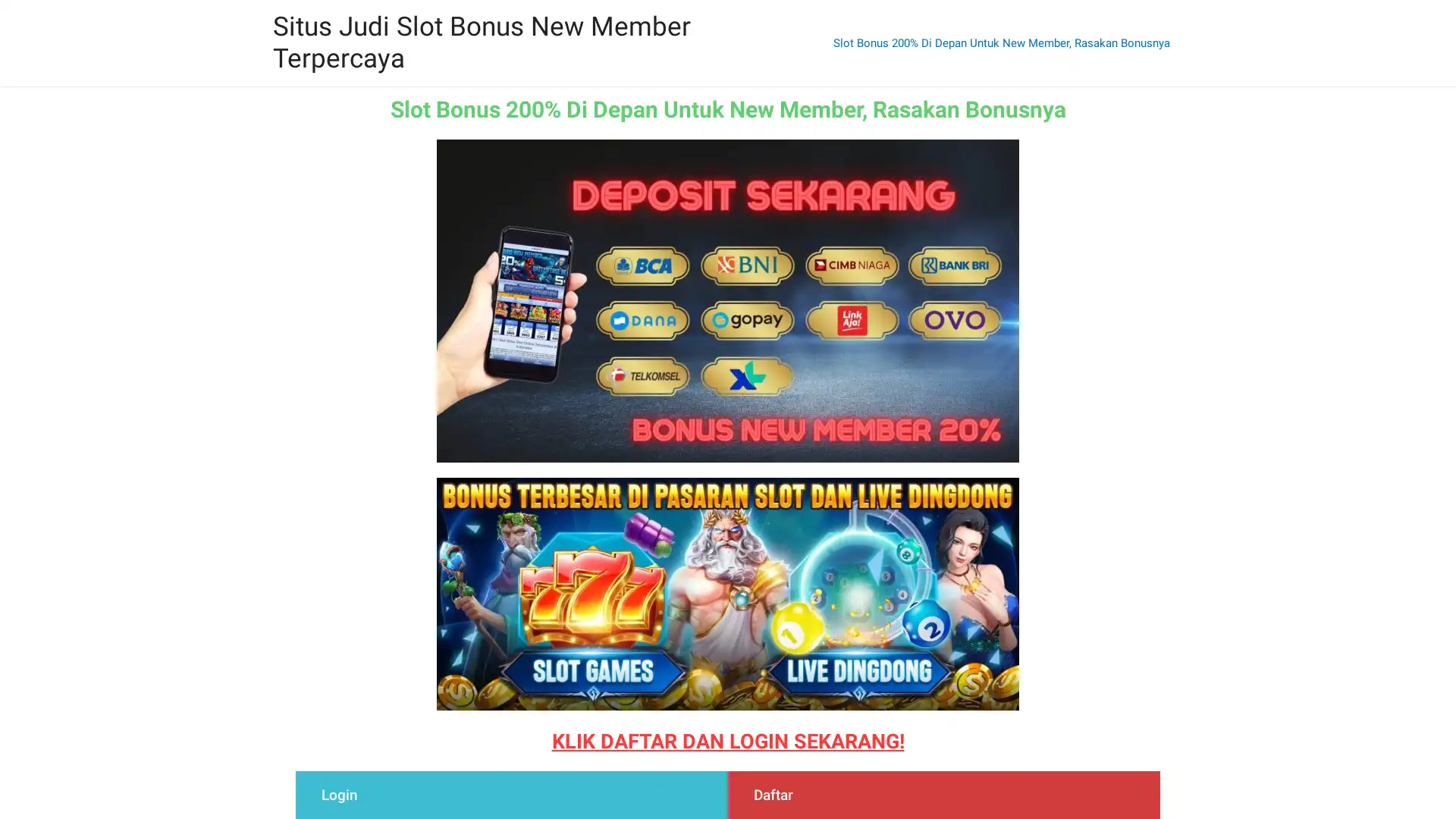 This screenshot has height=819, width=1456. What do you see at coordinates (334, 795) in the screenshot?
I see `Login` at bounding box center [334, 795].